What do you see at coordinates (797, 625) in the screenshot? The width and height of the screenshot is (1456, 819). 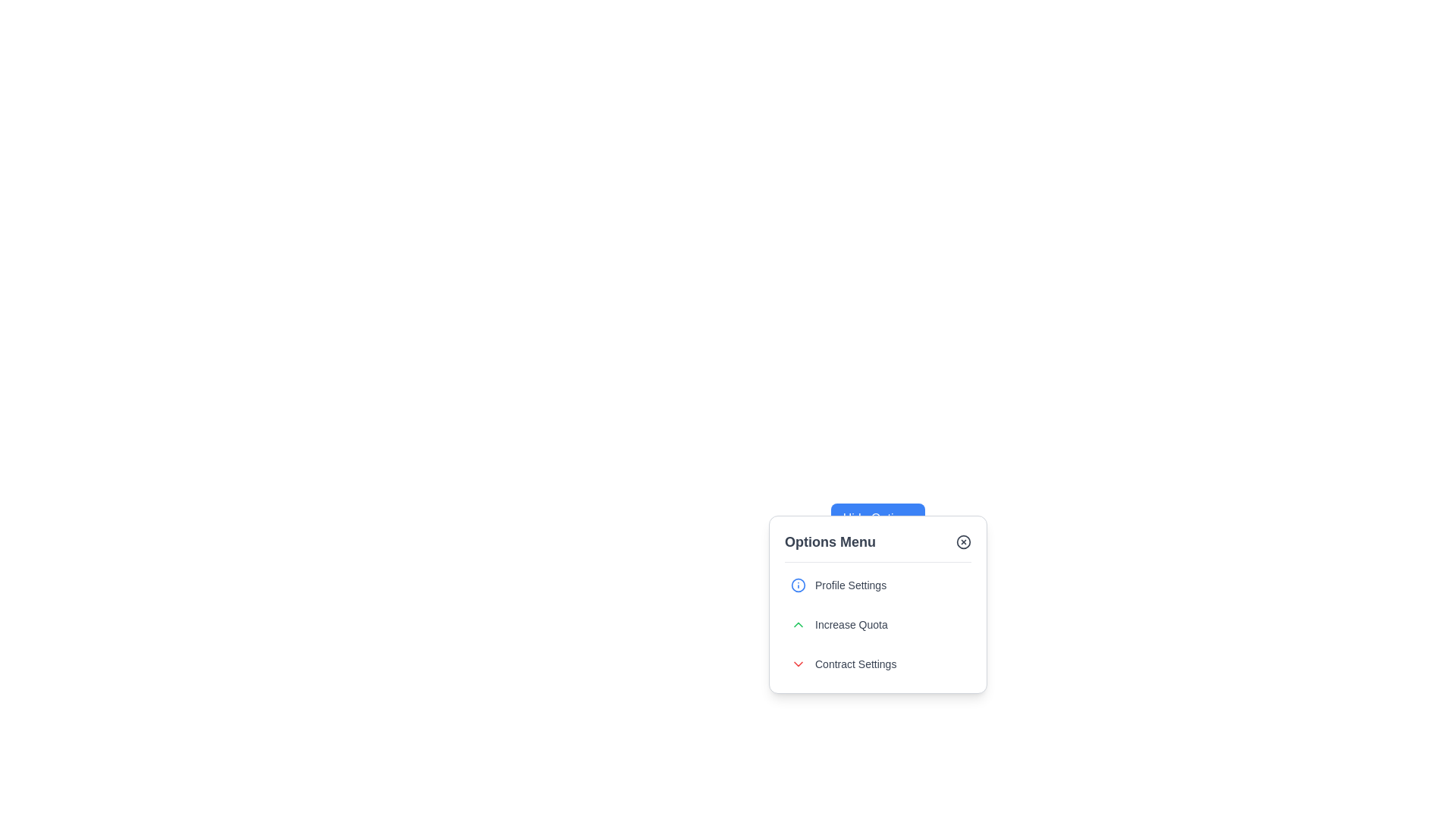 I see `the up-arrow icon that indicates an opportunity to increase a value, located to the left of the 'Increase Quota' text in the 'Options Menu'` at bounding box center [797, 625].